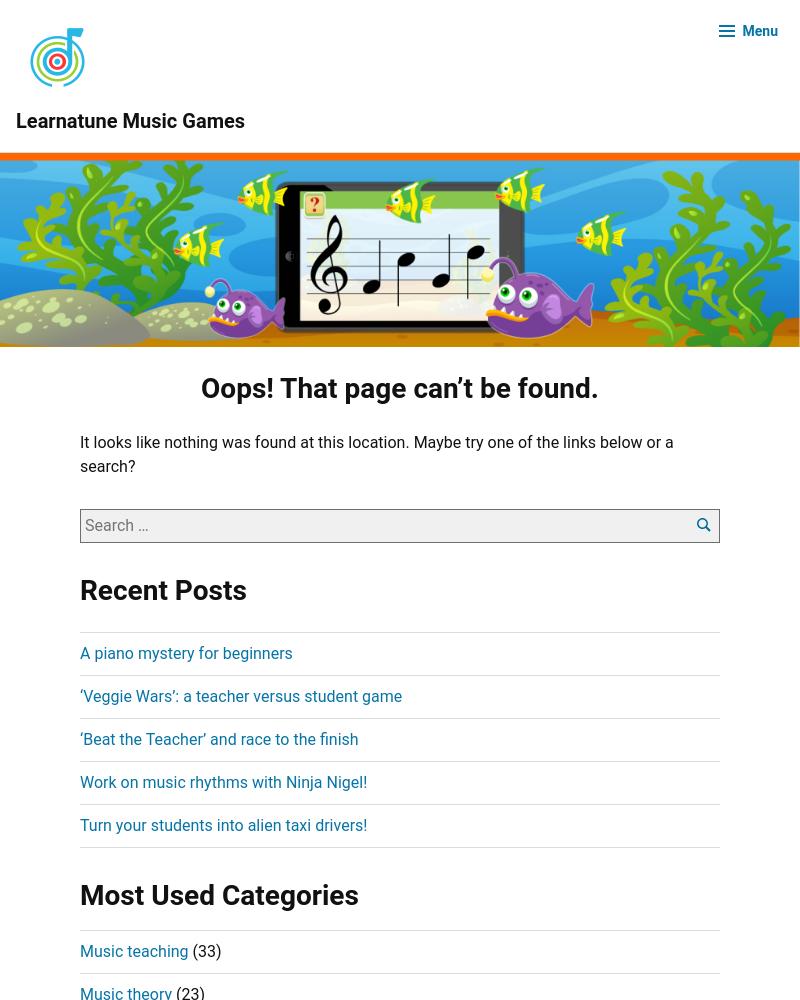  What do you see at coordinates (185, 653) in the screenshot?
I see `'A piano mystery for beginners'` at bounding box center [185, 653].